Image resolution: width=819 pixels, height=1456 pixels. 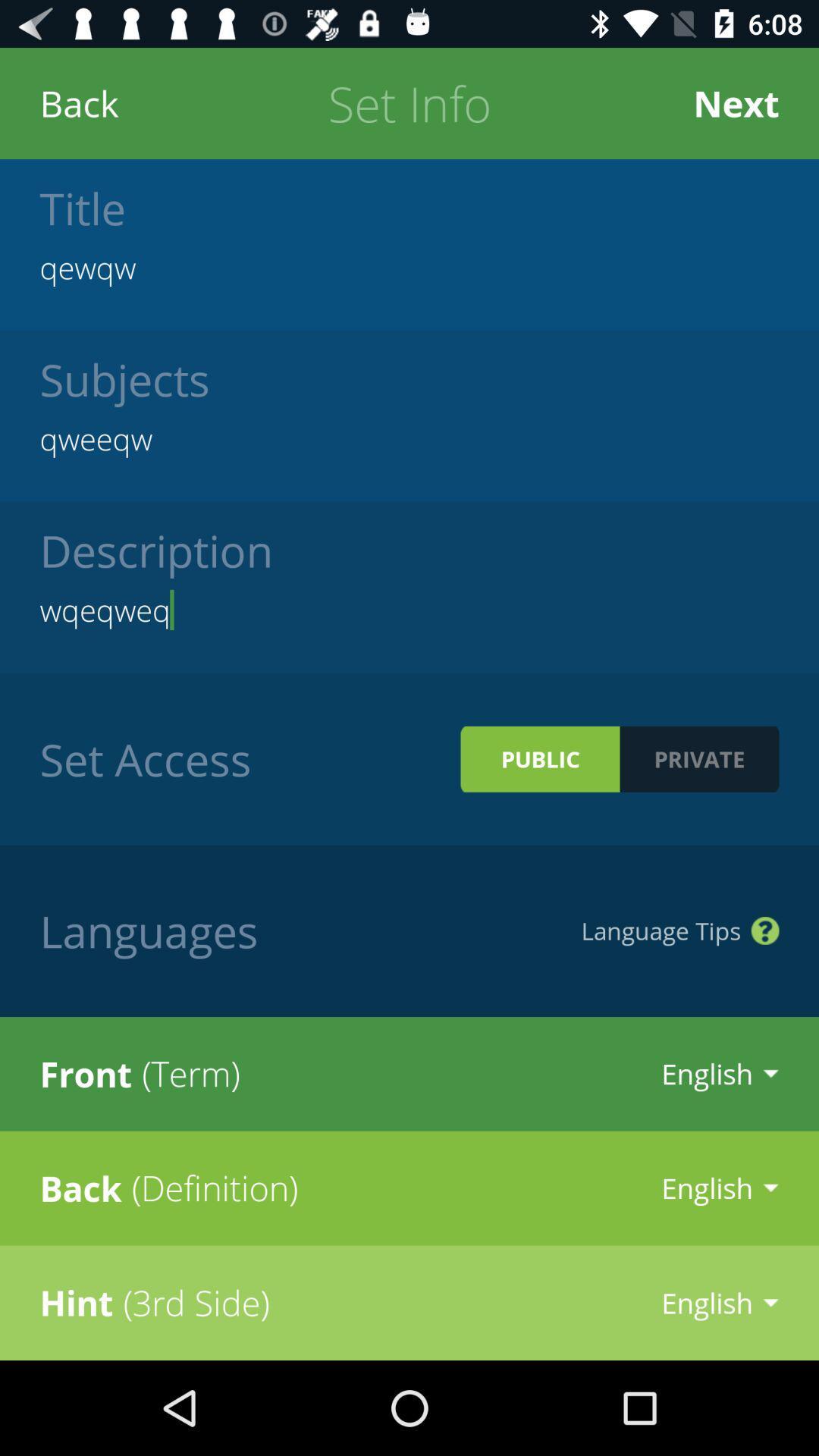 What do you see at coordinates (699, 759) in the screenshot?
I see `private` at bounding box center [699, 759].